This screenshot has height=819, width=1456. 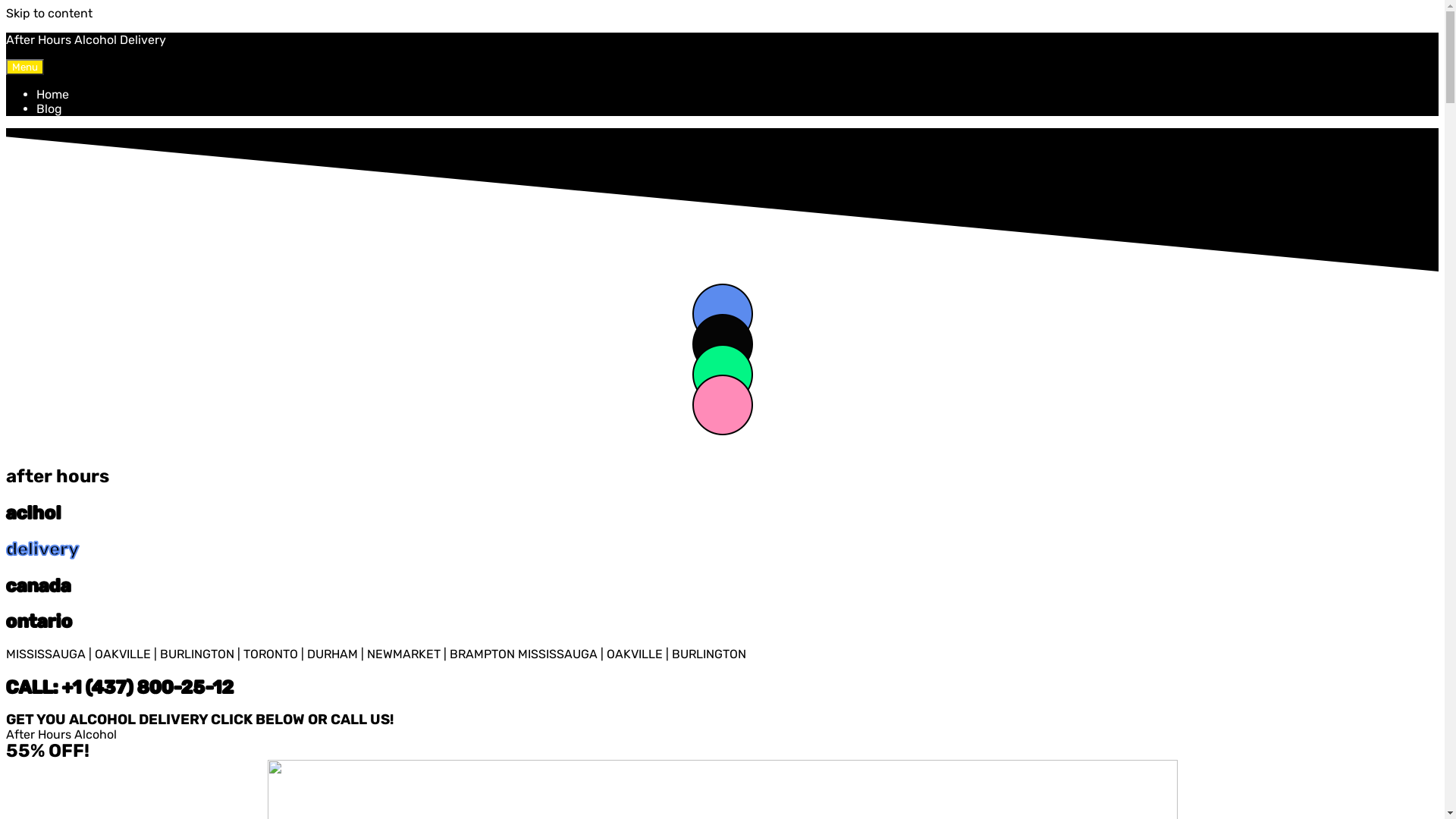 I want to click on 'Home', so click(x=52, y=94).